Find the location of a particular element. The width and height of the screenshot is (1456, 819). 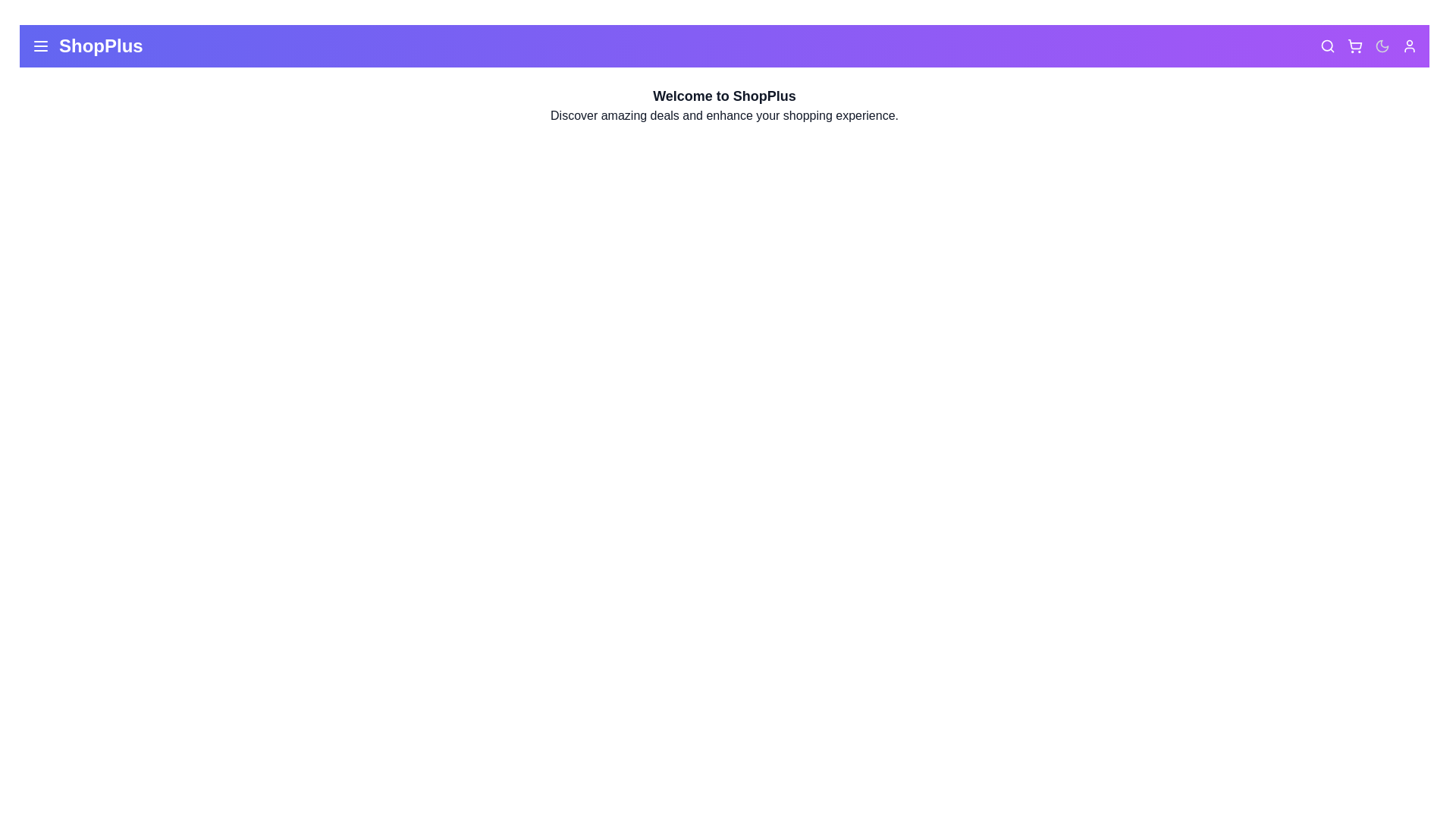

the dark mode toggle button to switch between light and dark mode is located at coordinates (1382, 45).